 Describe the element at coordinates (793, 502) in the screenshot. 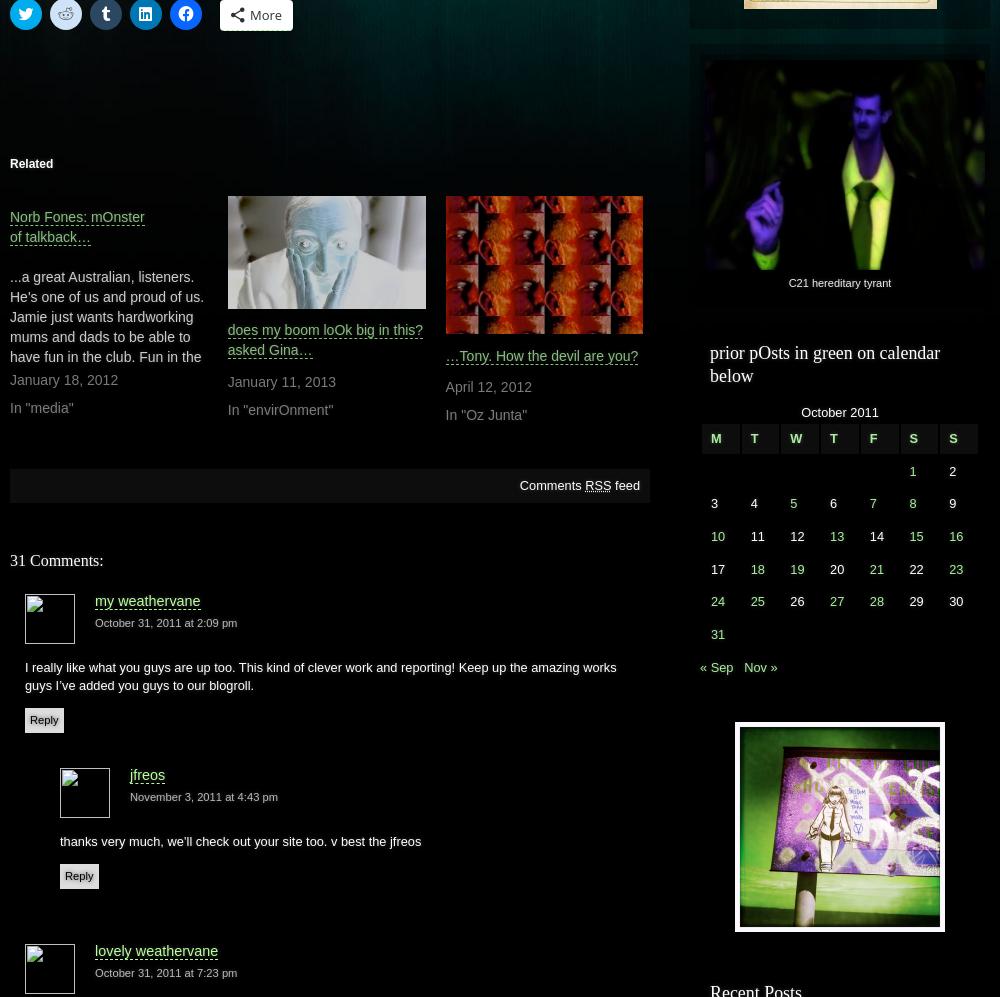

I see `'5'` at that location.